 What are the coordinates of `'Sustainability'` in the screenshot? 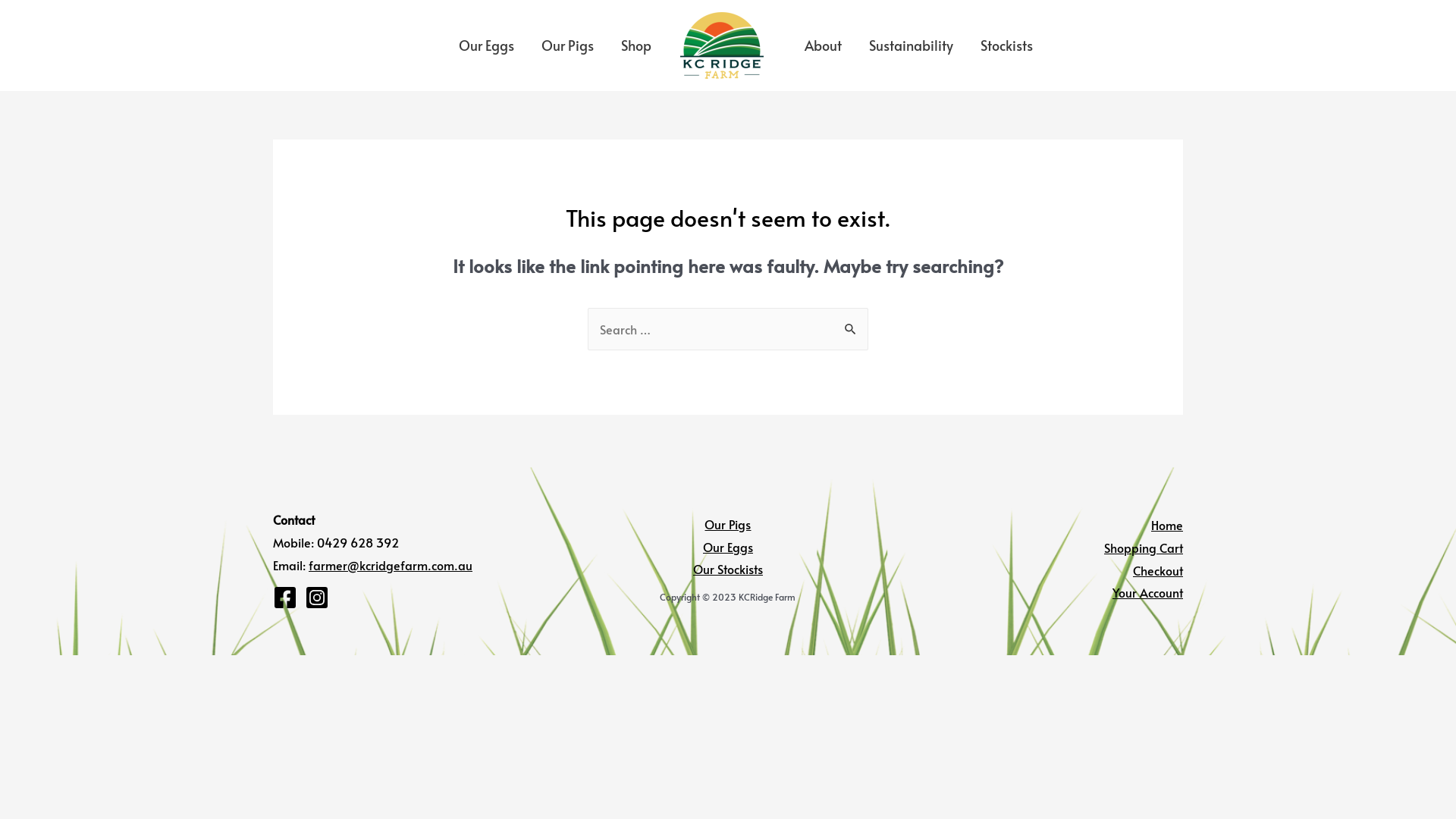 It's located at (910, 45).